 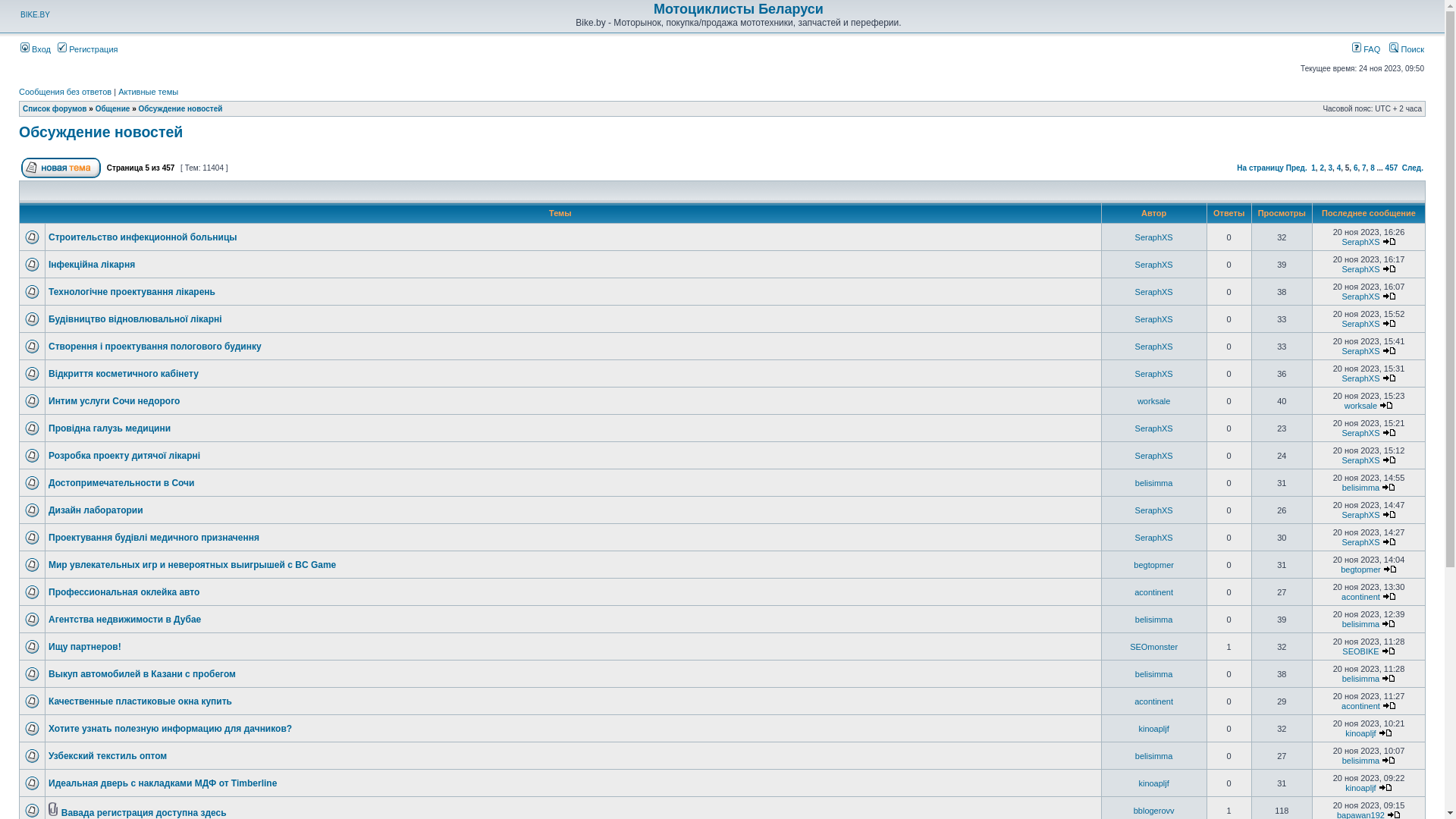 What do you see at coordinates (1356, 168) in the screenshot?
I see `'6'` at bounding box center [1356, 168].